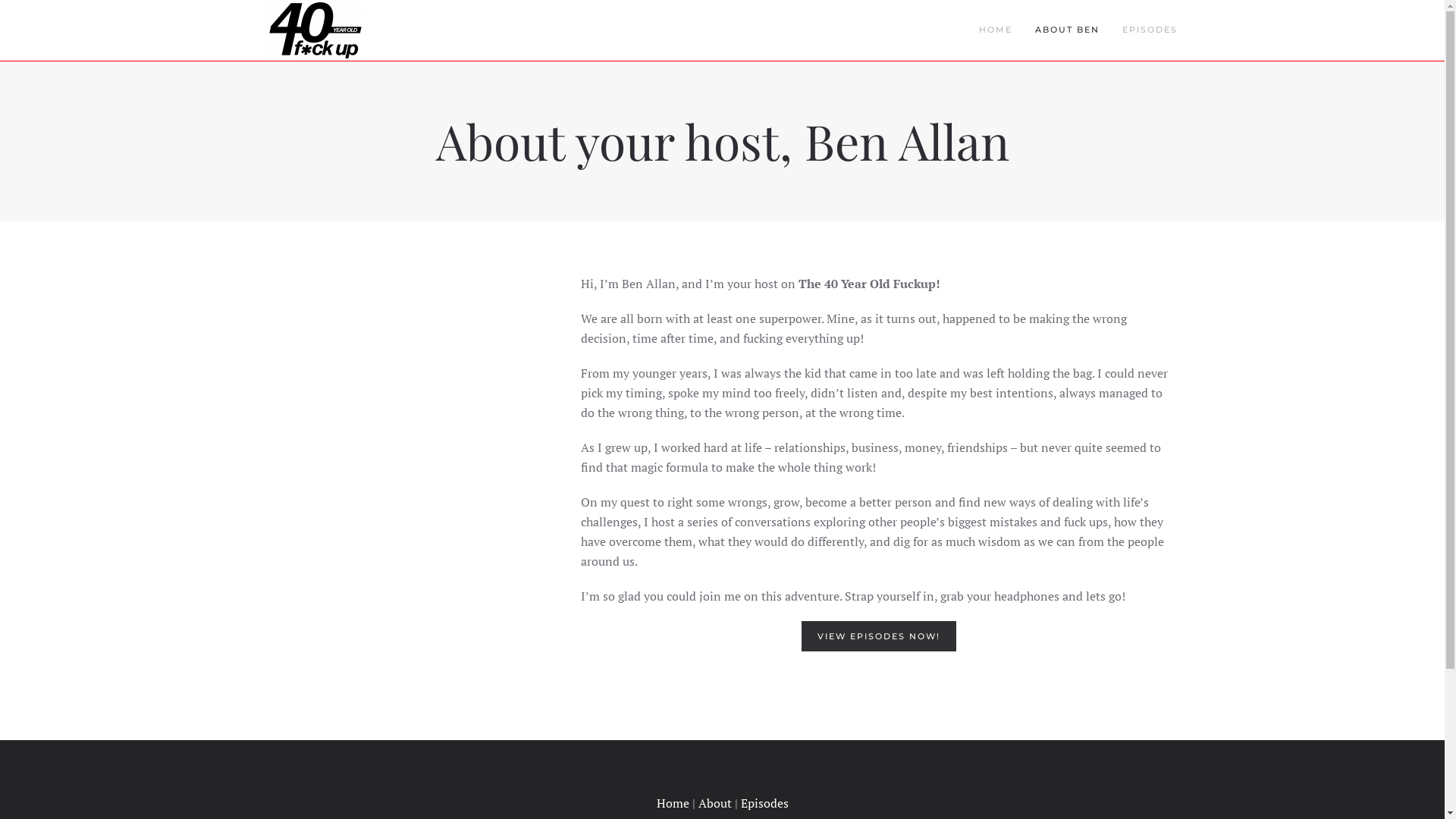 Image resolution: width=1456 pixels, height=819 pixels. I want to click on 'VIEW EPISODES NOW!', so click(878, 636).